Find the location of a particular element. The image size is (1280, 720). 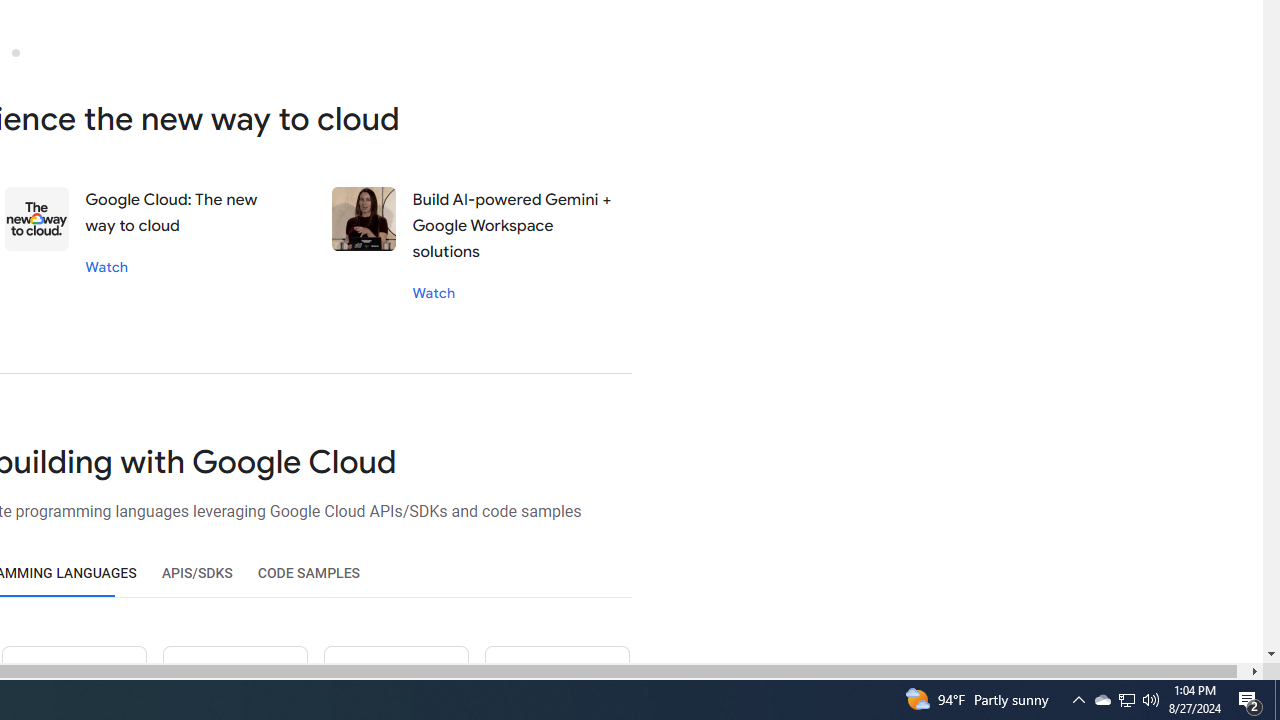

'Ruby icon' is located at coordinates (235, 681).